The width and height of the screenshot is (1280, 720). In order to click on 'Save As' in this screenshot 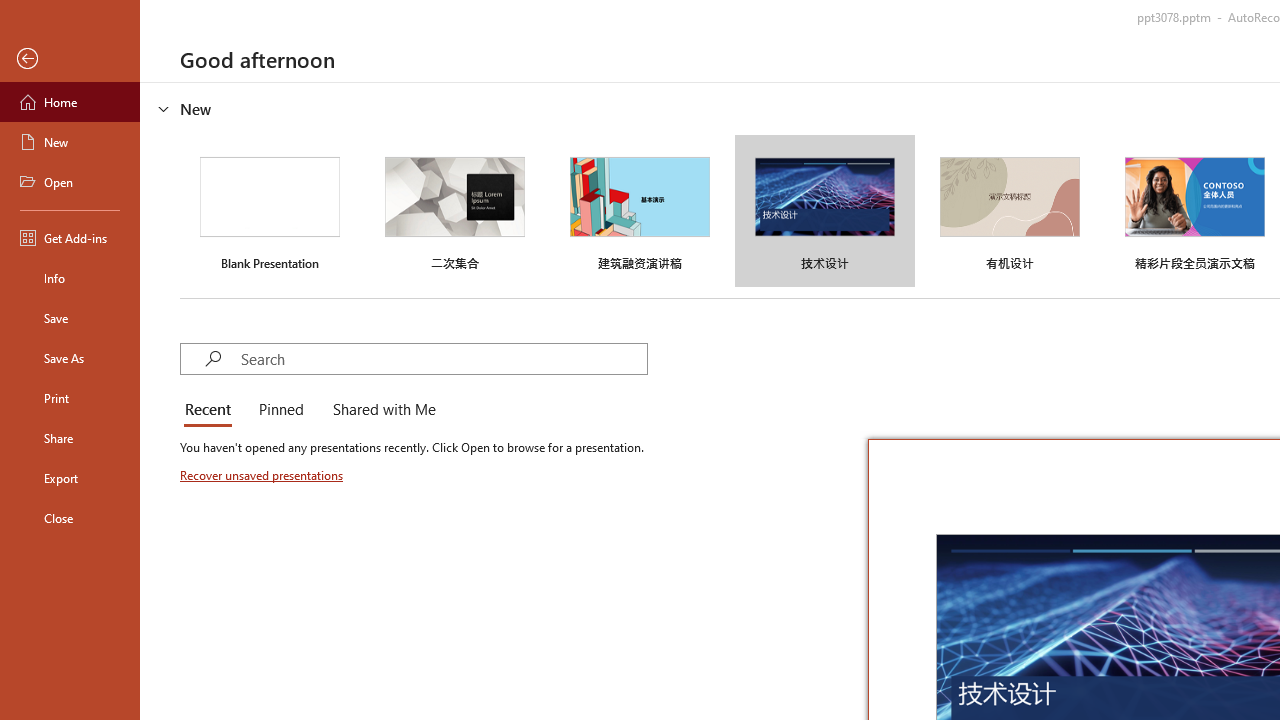, I will do `click(69, 356)`.